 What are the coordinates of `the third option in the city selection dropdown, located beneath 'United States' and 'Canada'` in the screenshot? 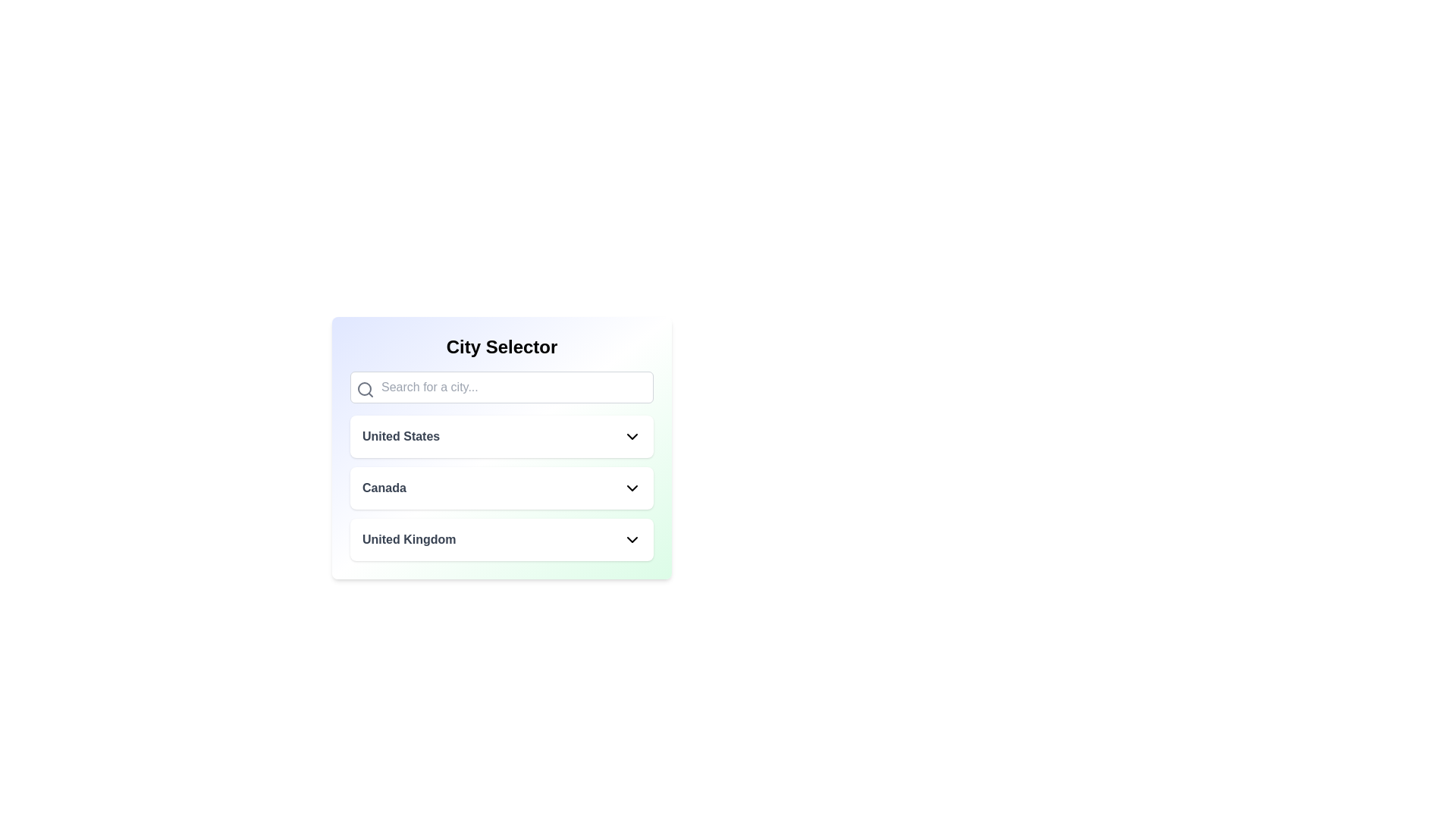 It's located at (502, 539).